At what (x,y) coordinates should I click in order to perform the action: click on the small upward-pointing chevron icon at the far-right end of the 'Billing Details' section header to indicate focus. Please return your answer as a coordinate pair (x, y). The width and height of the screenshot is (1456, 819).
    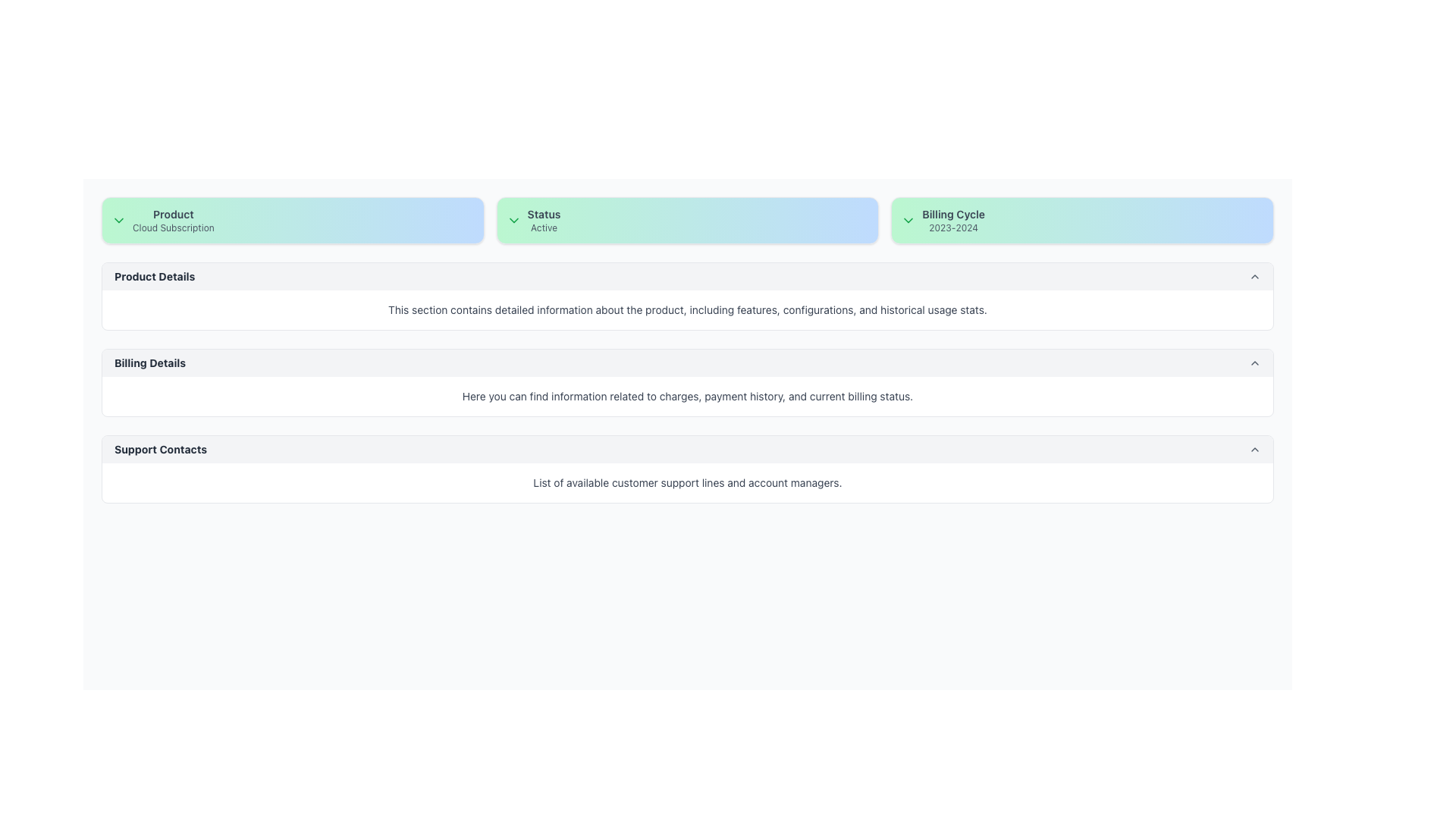
    Looking at the image, I should click on (1255, 362).